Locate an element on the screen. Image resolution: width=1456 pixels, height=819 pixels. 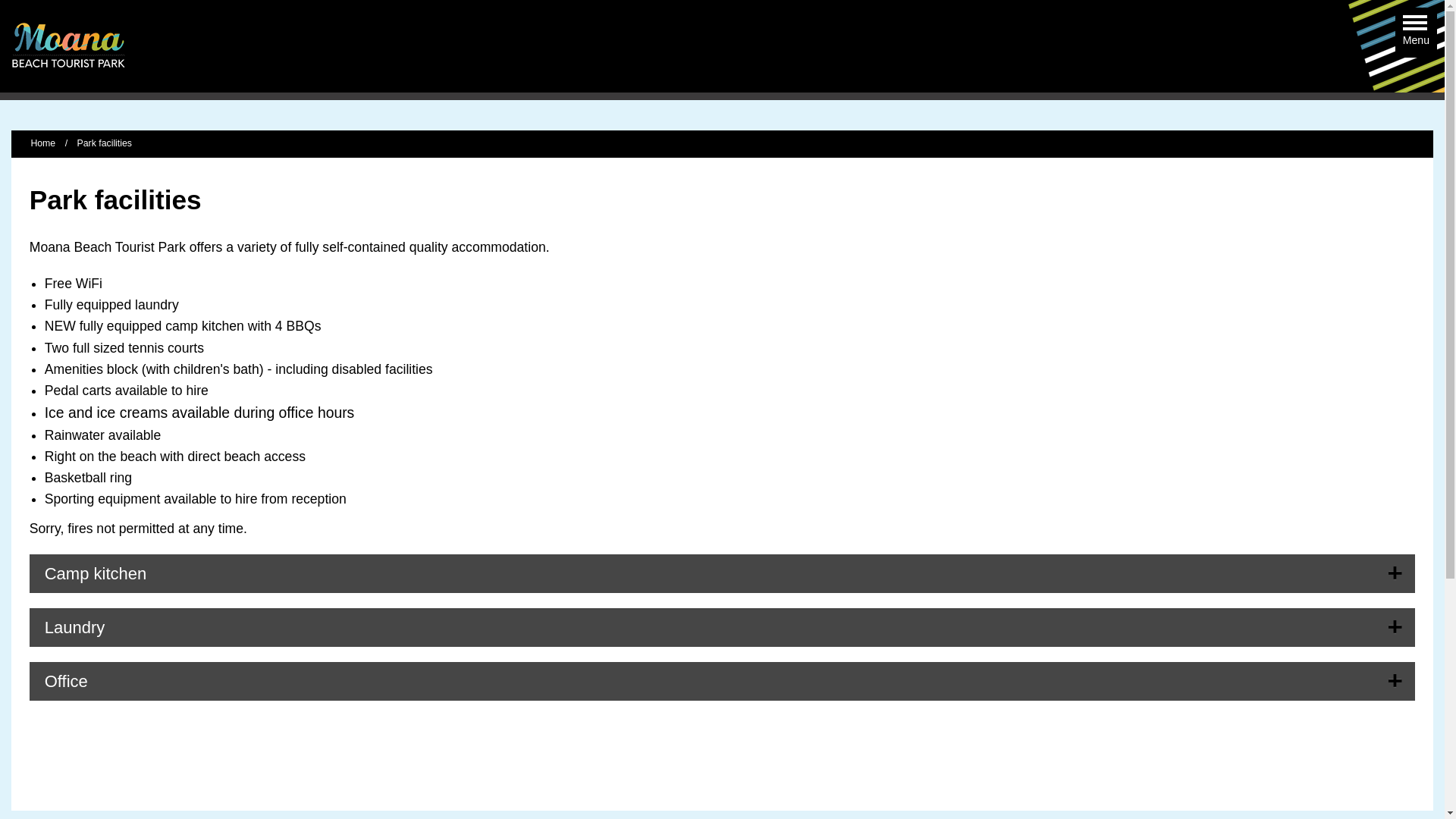
'Home' is located at coordinates (42, 143).